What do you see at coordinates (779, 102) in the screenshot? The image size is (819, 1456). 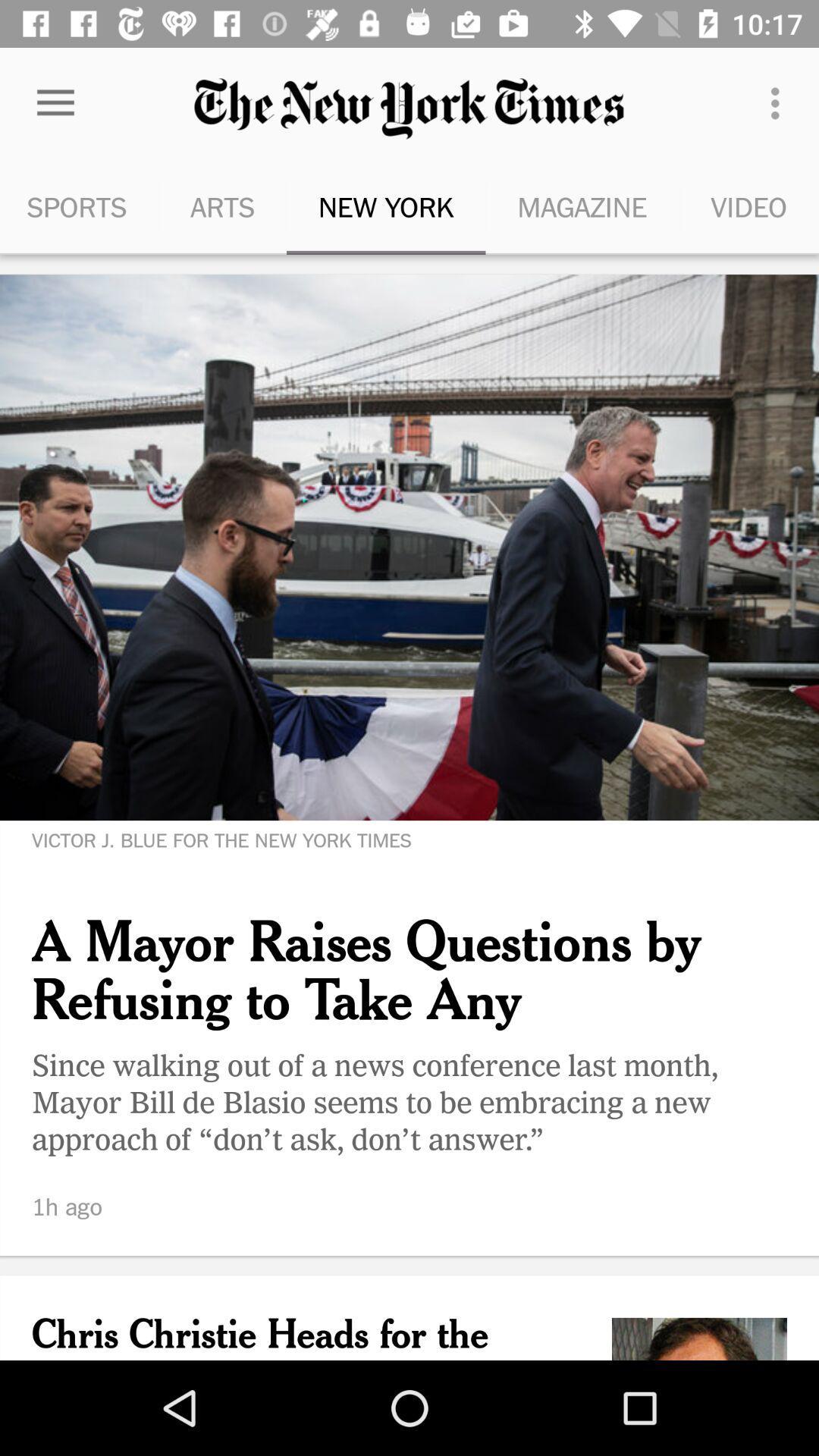 I see `the icon to the right of the magazine item` at bounding box center [779, 102].